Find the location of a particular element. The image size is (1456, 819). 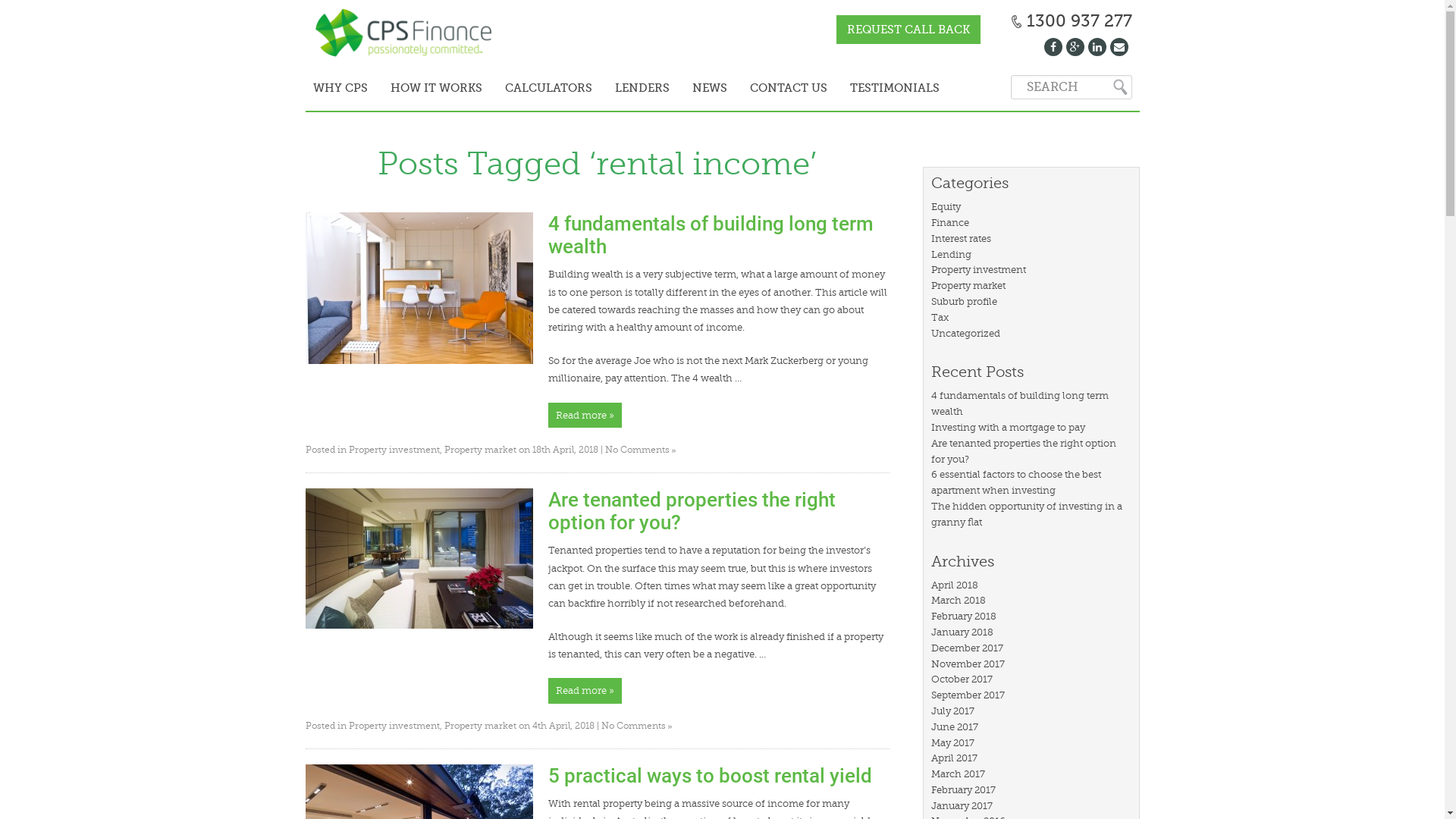

'Suburb profile' is located at coordinates (963, 301).